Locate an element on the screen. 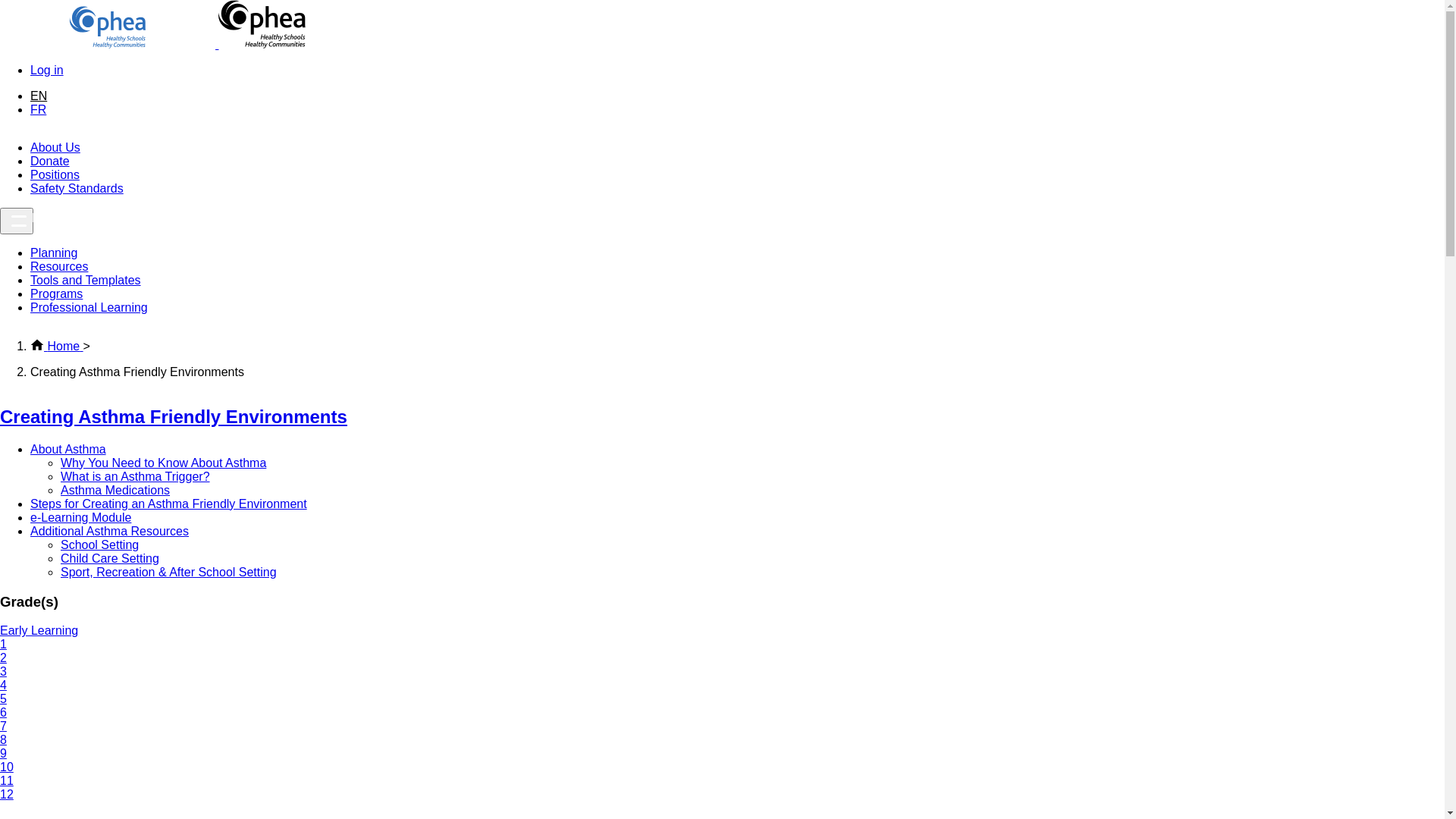 The height and width of the screenshot is (819, 1456). 'Log in' is located at coordinates (47, 70).